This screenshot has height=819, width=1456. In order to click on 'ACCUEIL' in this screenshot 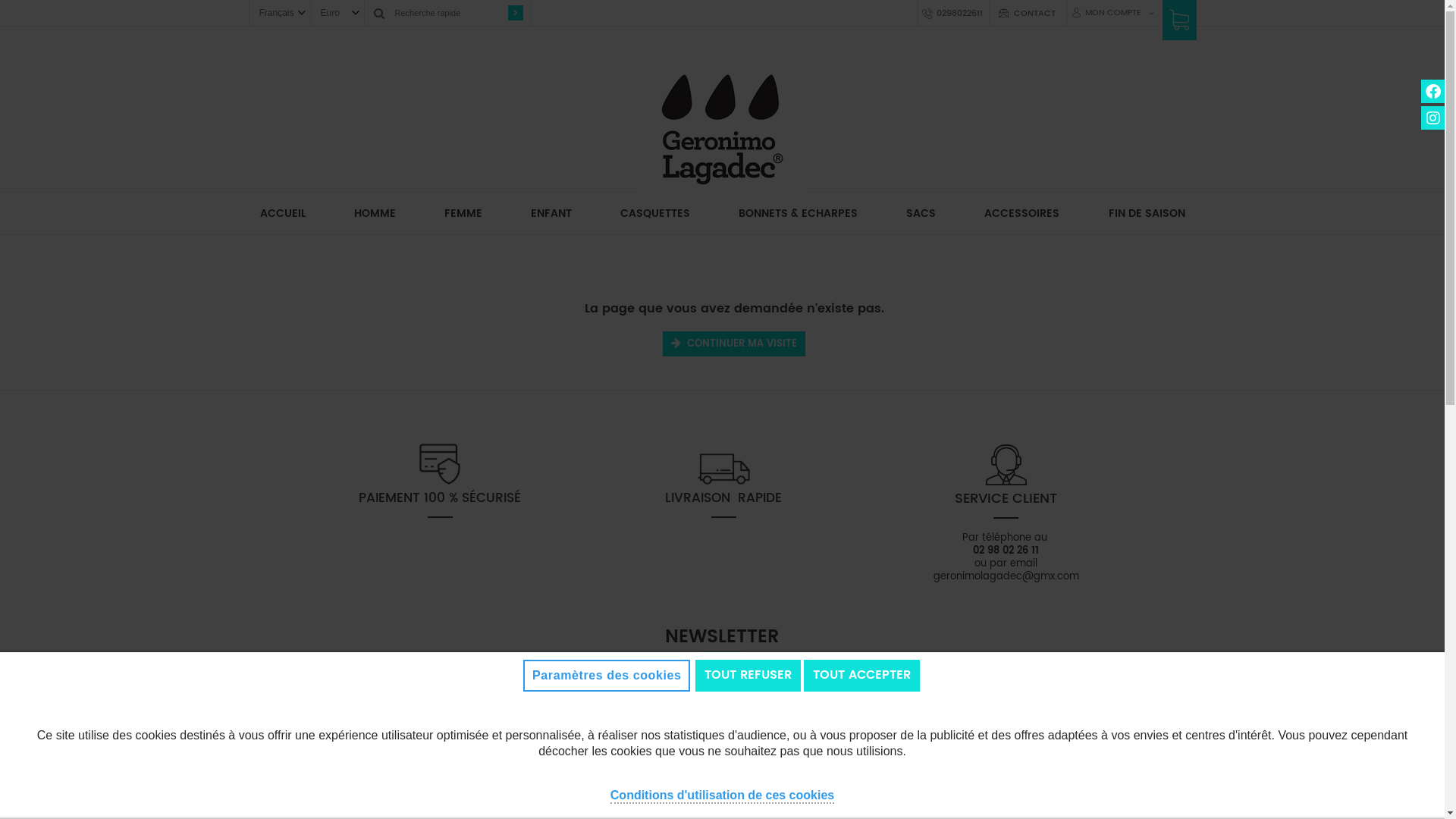, I will do `click(248, 213)`.